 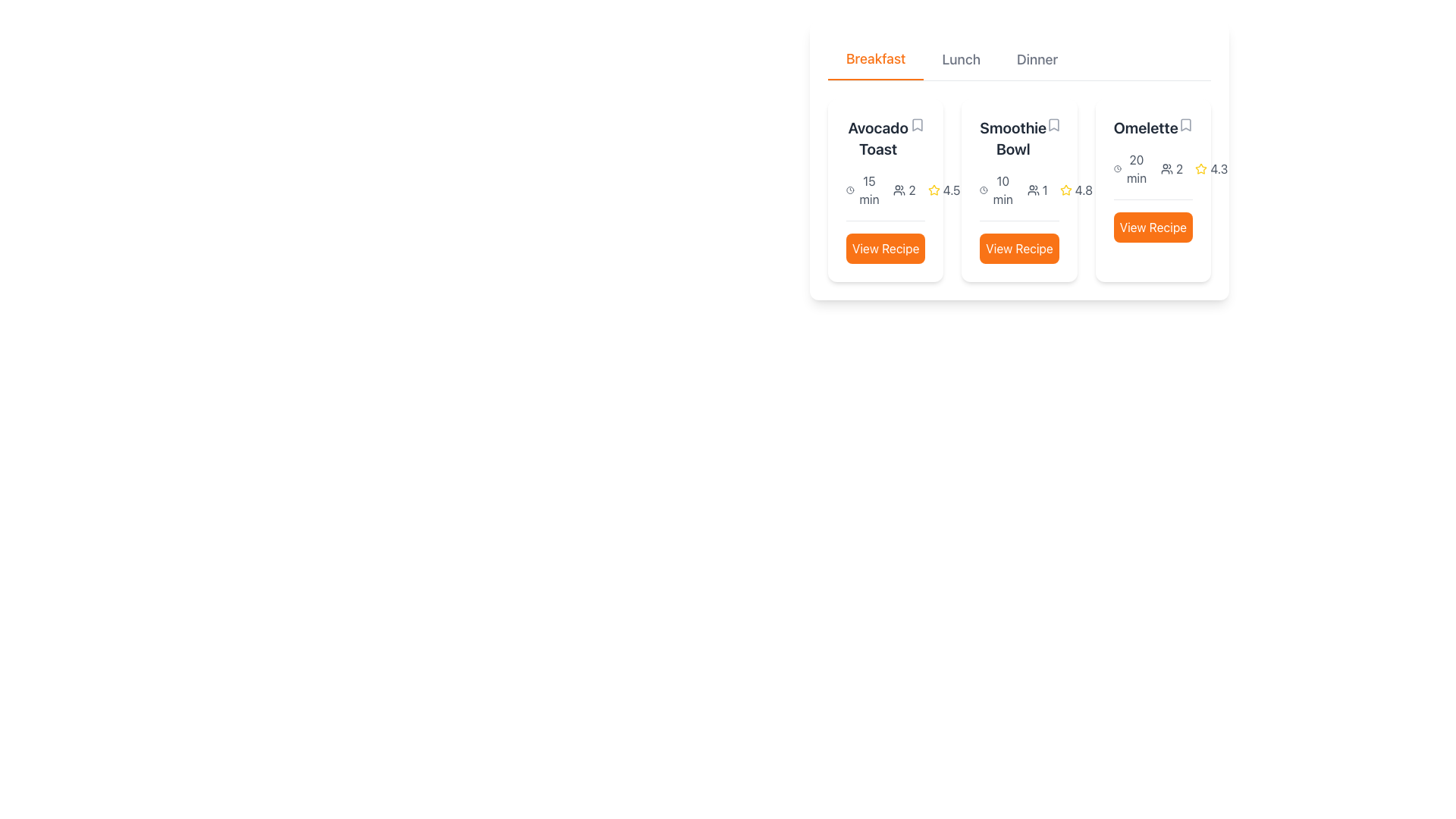 I want to click on text displayed in the header of the second recipe card, which identifies the recipe title, so click(x=1013, y=138).